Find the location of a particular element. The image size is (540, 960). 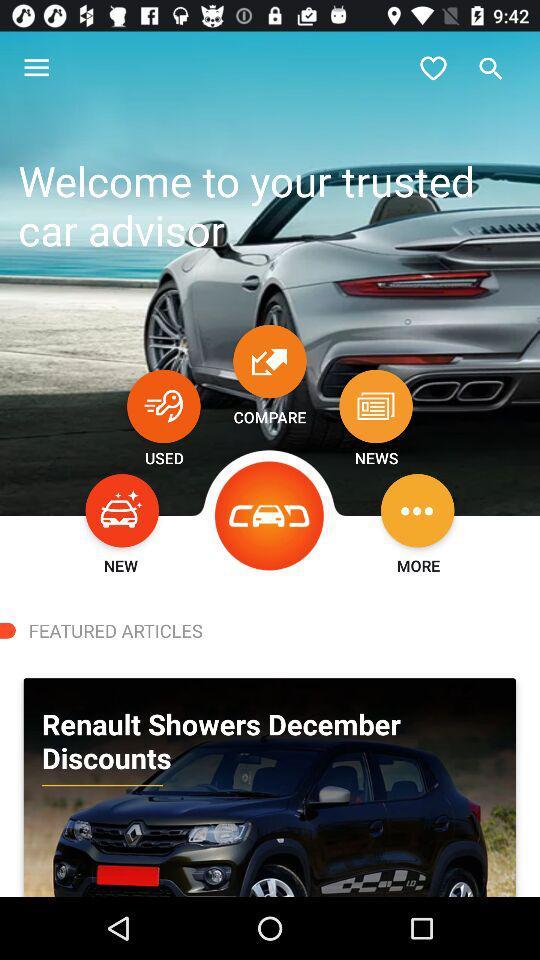

the item above the new icon is located at coordinates (122, 509).